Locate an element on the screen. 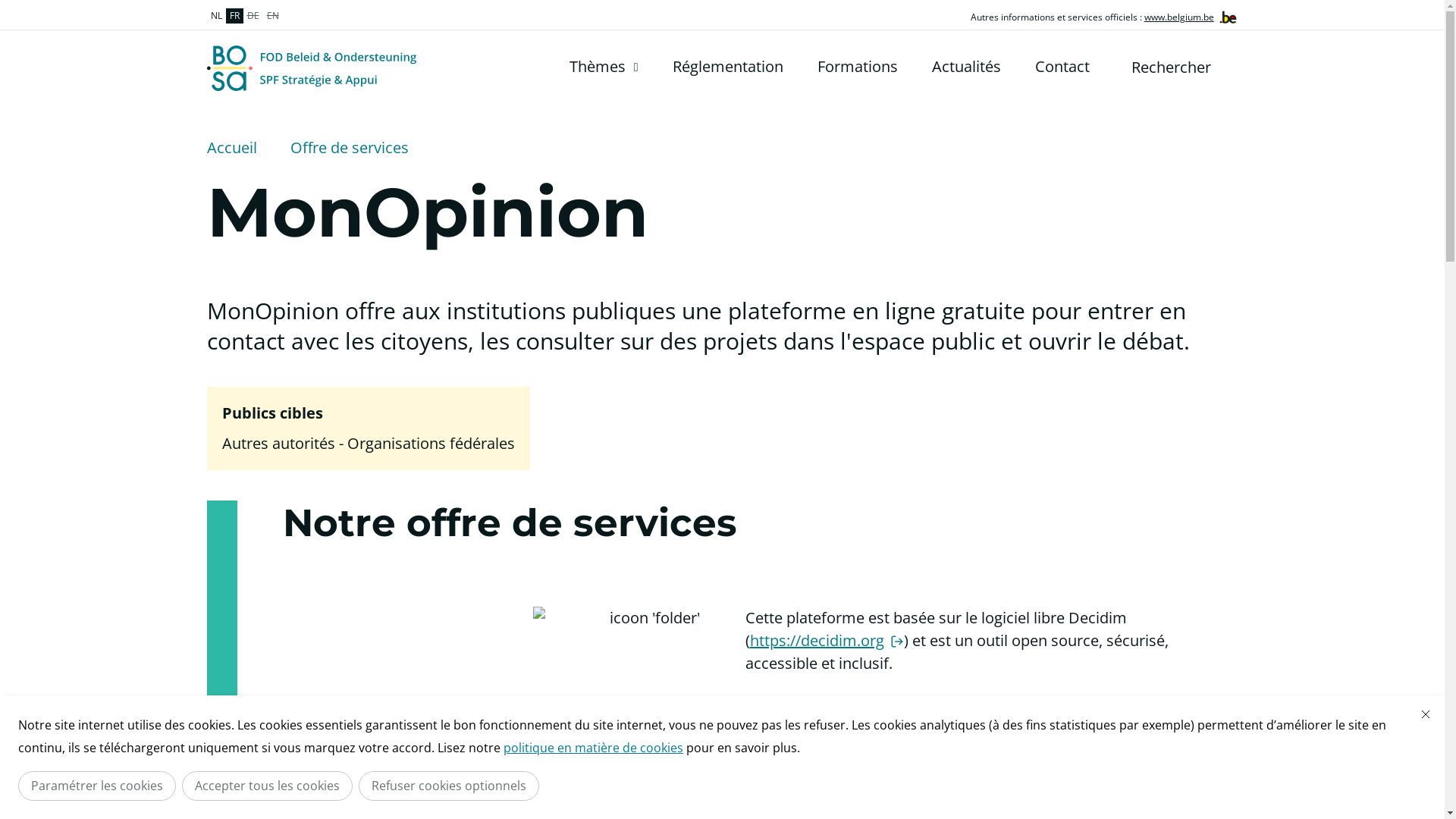 The width and height of the screenshot is (1456, 819). 'Accueil' is located at coordinates (206, 148).